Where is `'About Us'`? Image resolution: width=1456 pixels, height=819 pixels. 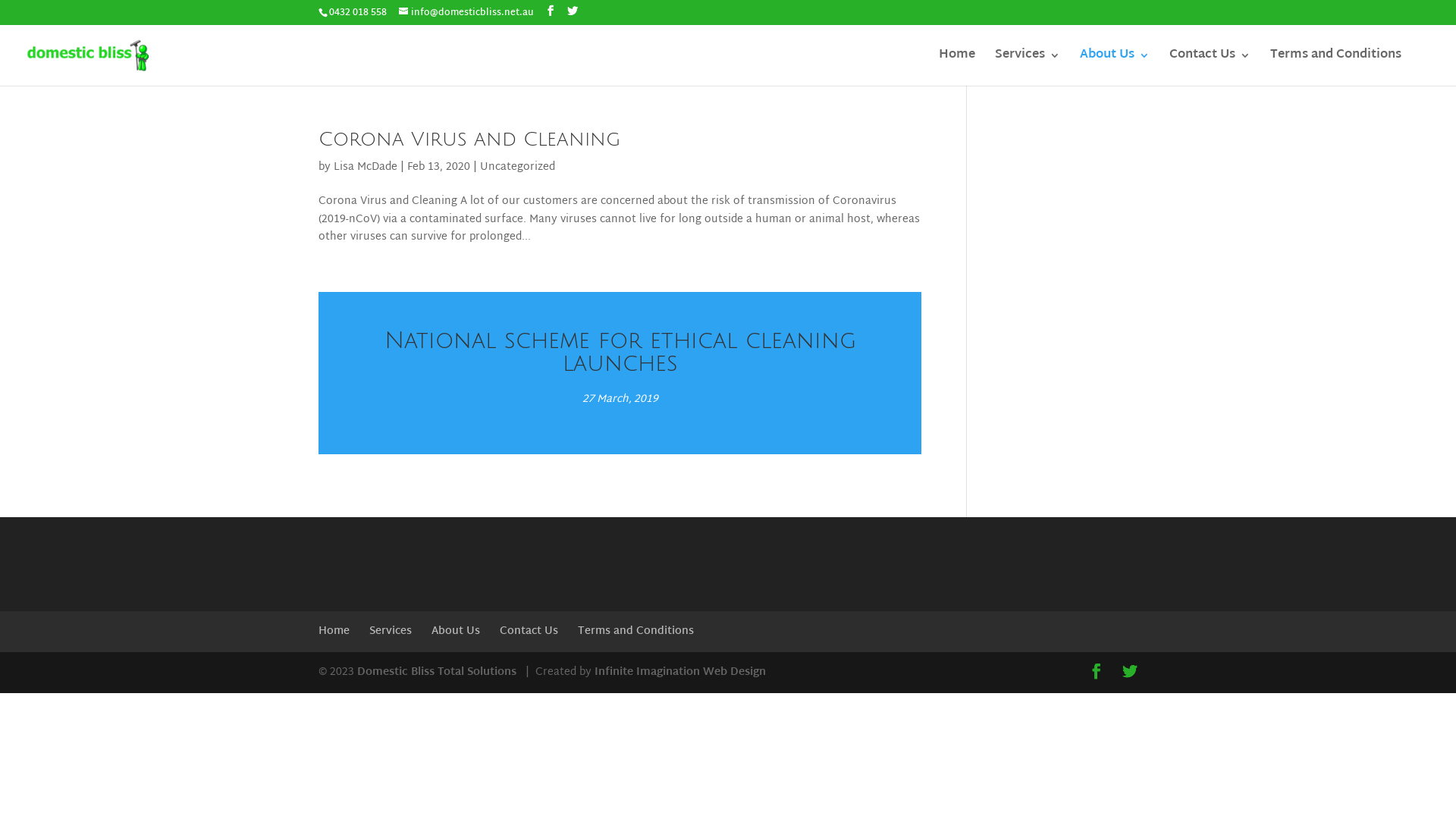
'About Us' is located at coordinates (454, 631).